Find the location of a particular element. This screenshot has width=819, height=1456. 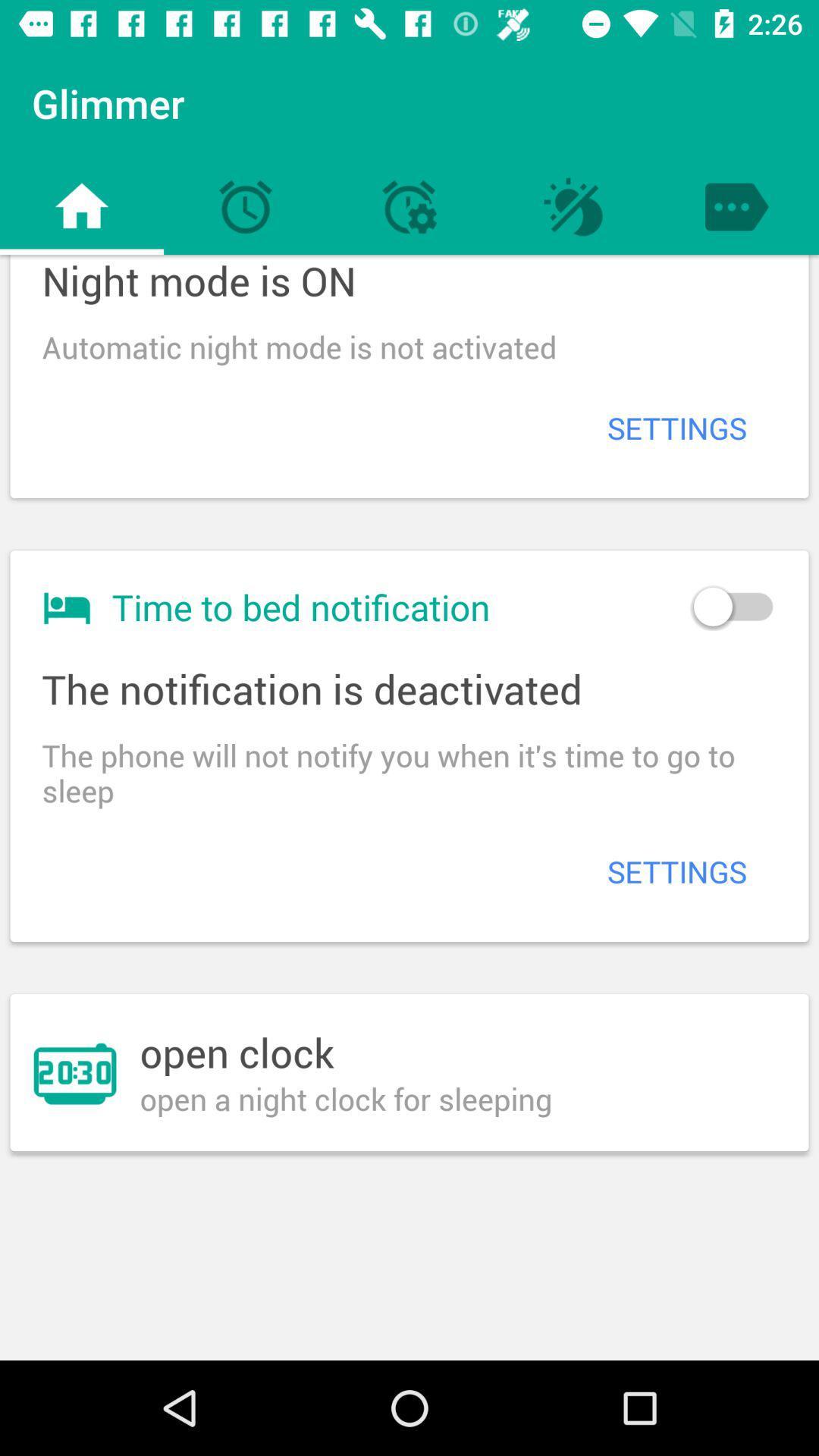

the item below settings item is located at coordinates (732, 607).